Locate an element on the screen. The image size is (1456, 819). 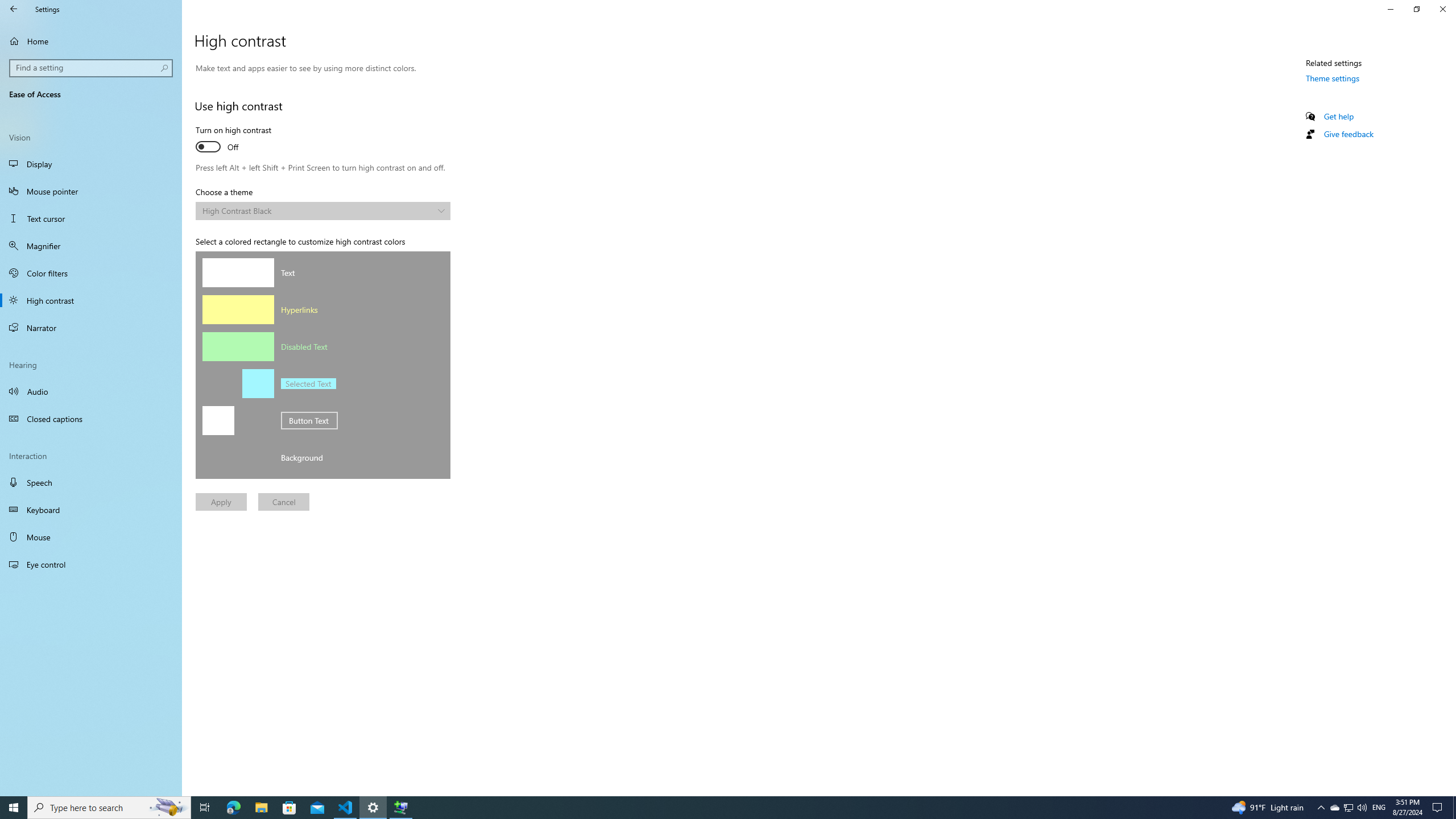
'Apply' is located at coordinates (221, 501).